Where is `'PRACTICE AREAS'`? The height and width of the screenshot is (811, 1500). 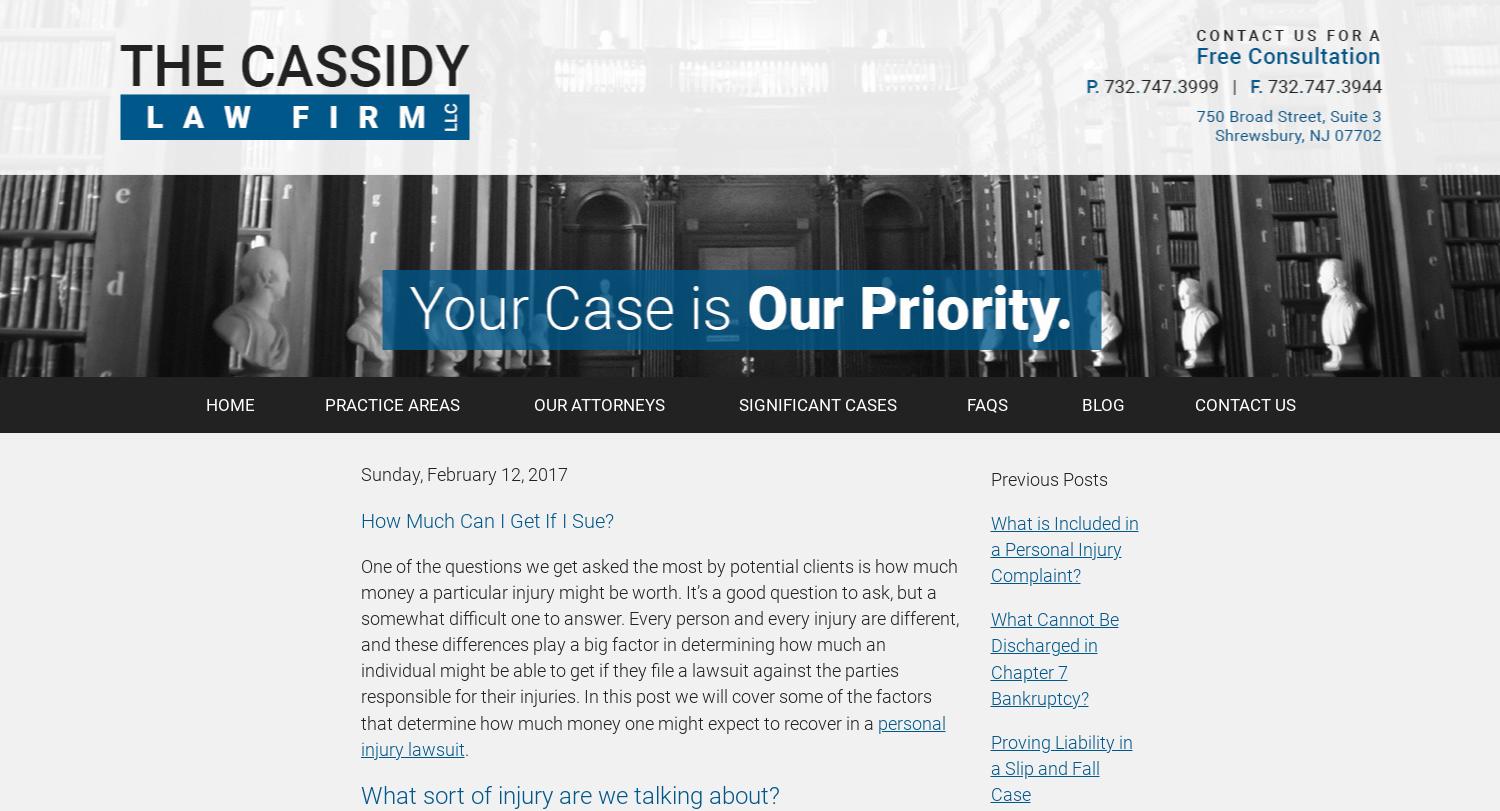
'PRACTICE AREAS' is located at coordinates (393, 405).